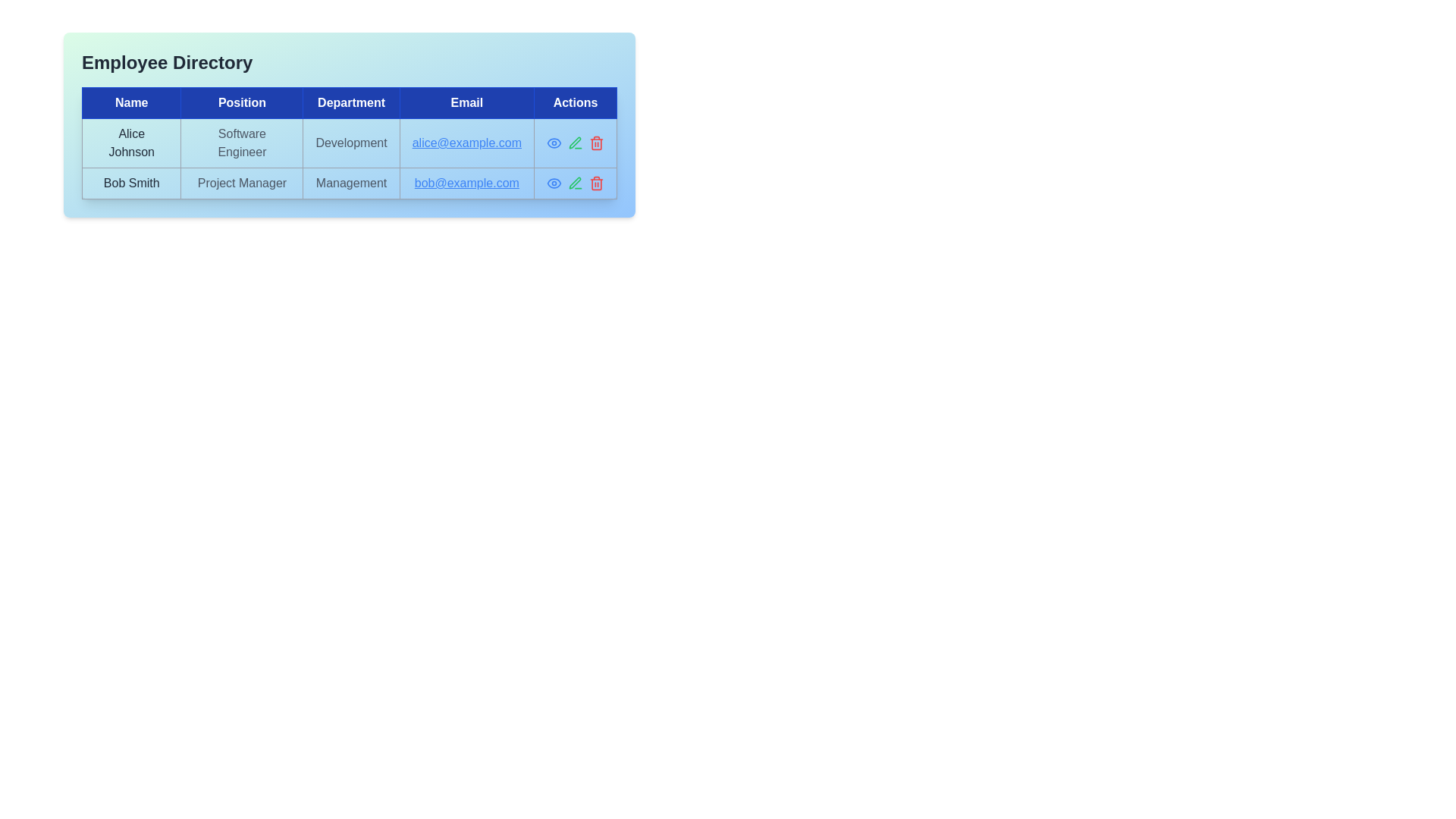  What do you see at coordinates (131, 102) in the screenshot?
I see `the static text element with a blue background and white text that reads 'Name', which serves as the first header in the data table` at bounding box center [131, 102].